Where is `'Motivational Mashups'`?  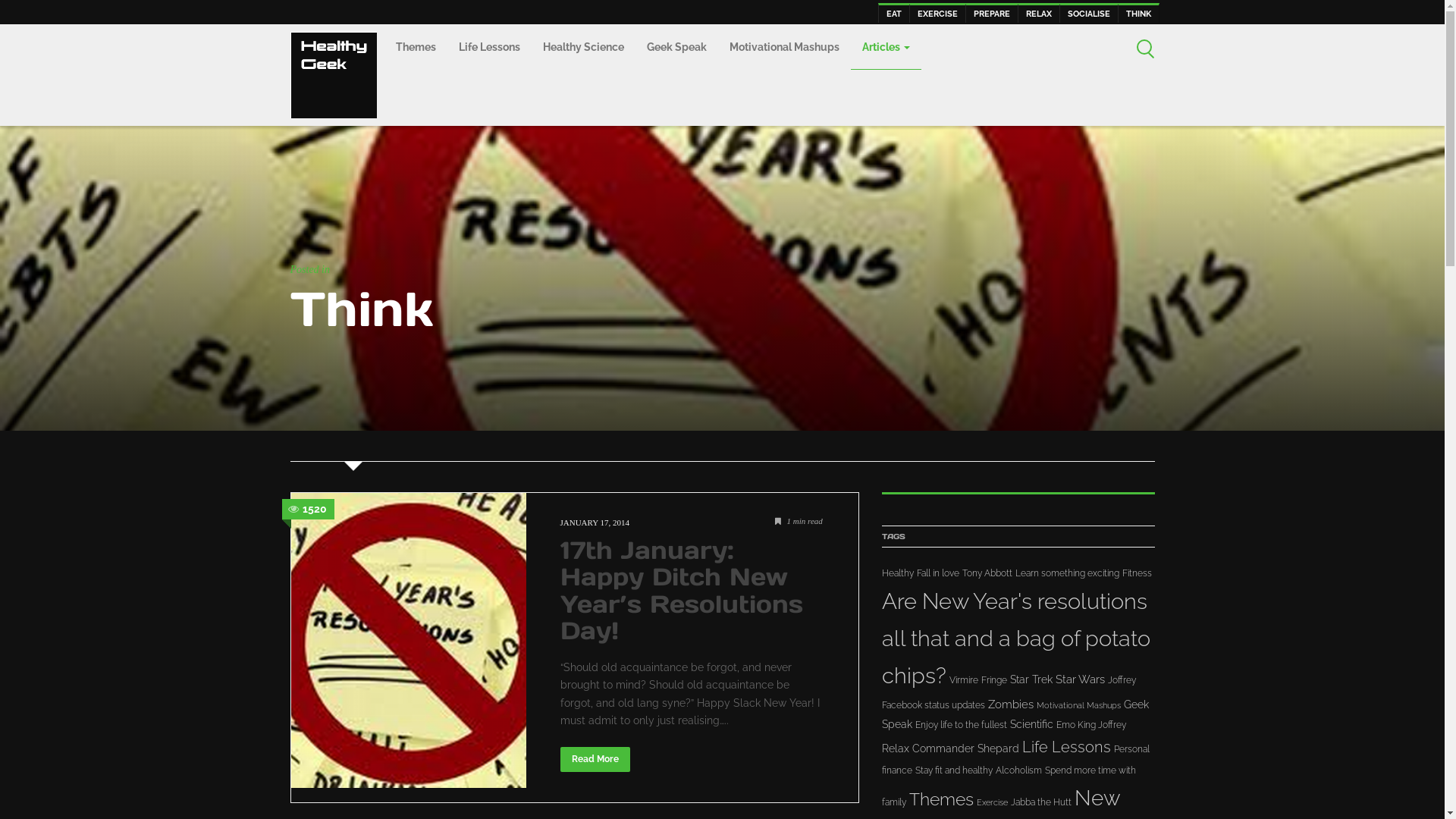
'Motivational Mashups' is located at coordinates (783, 47).